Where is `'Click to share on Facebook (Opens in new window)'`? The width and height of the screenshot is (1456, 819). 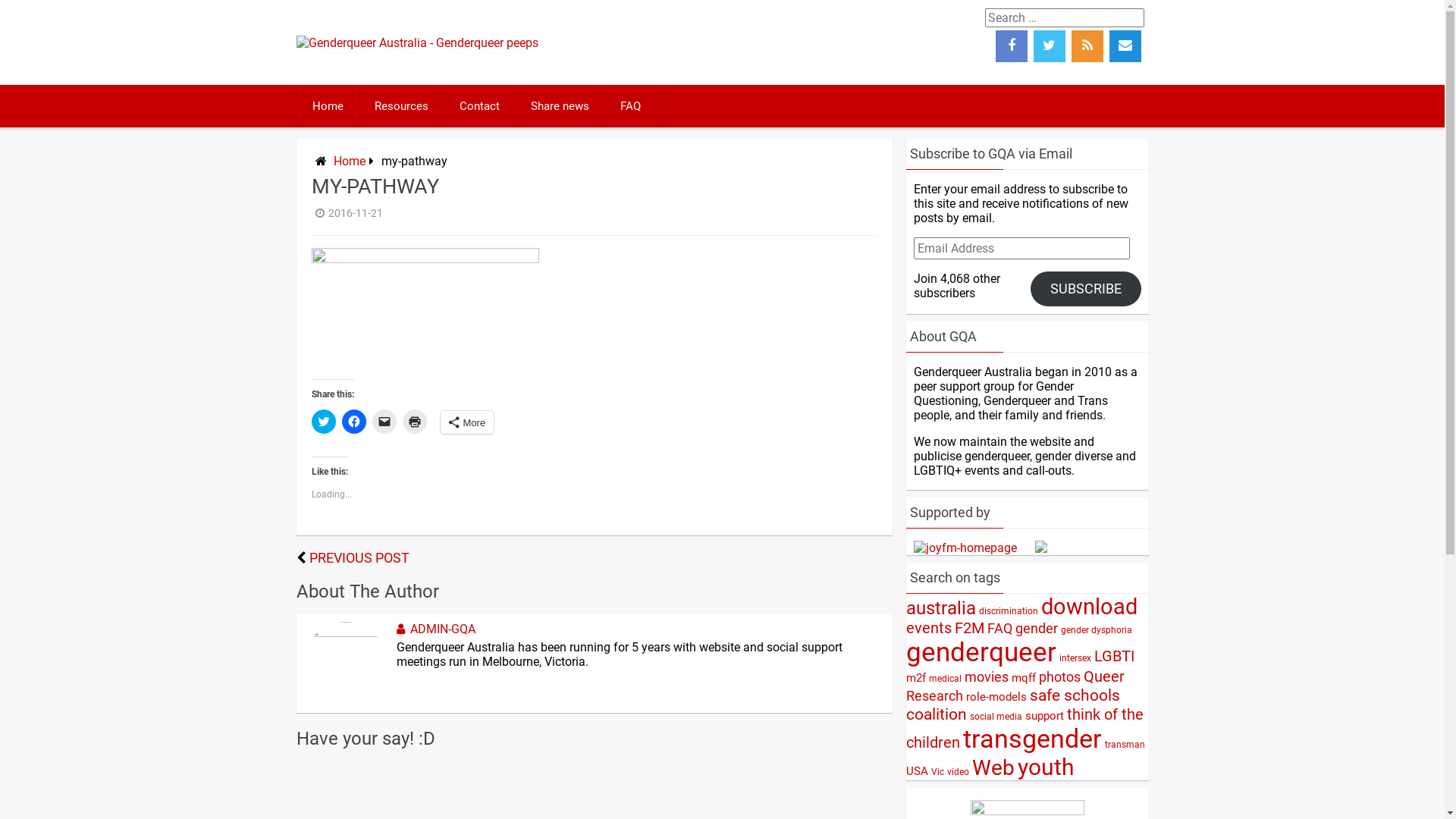 'Click to share on Facebook (Opens in new window)' is located at coordinates (352, 421).